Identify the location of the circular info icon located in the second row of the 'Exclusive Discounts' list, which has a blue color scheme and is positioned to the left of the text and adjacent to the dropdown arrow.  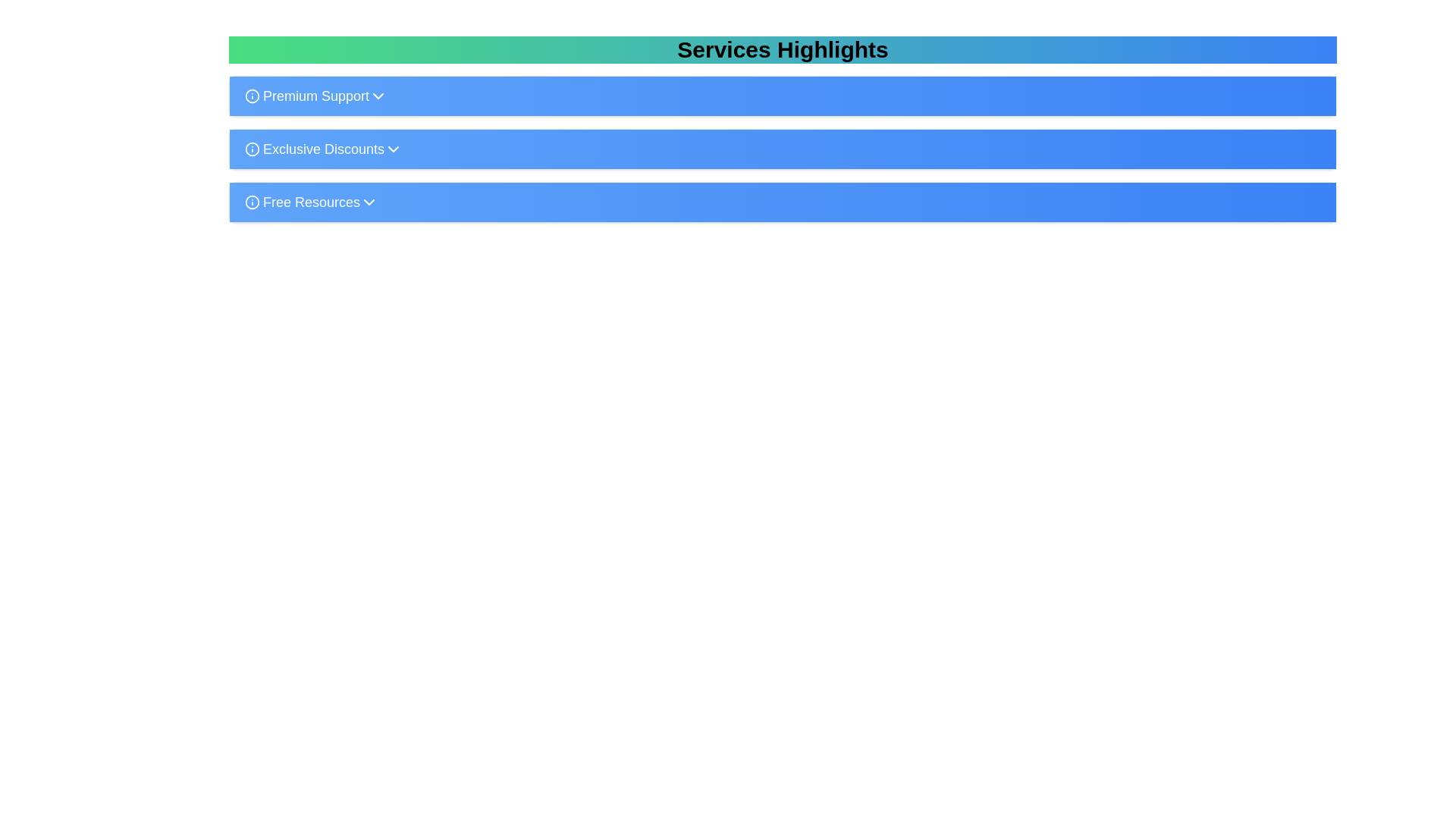
(252, 149).